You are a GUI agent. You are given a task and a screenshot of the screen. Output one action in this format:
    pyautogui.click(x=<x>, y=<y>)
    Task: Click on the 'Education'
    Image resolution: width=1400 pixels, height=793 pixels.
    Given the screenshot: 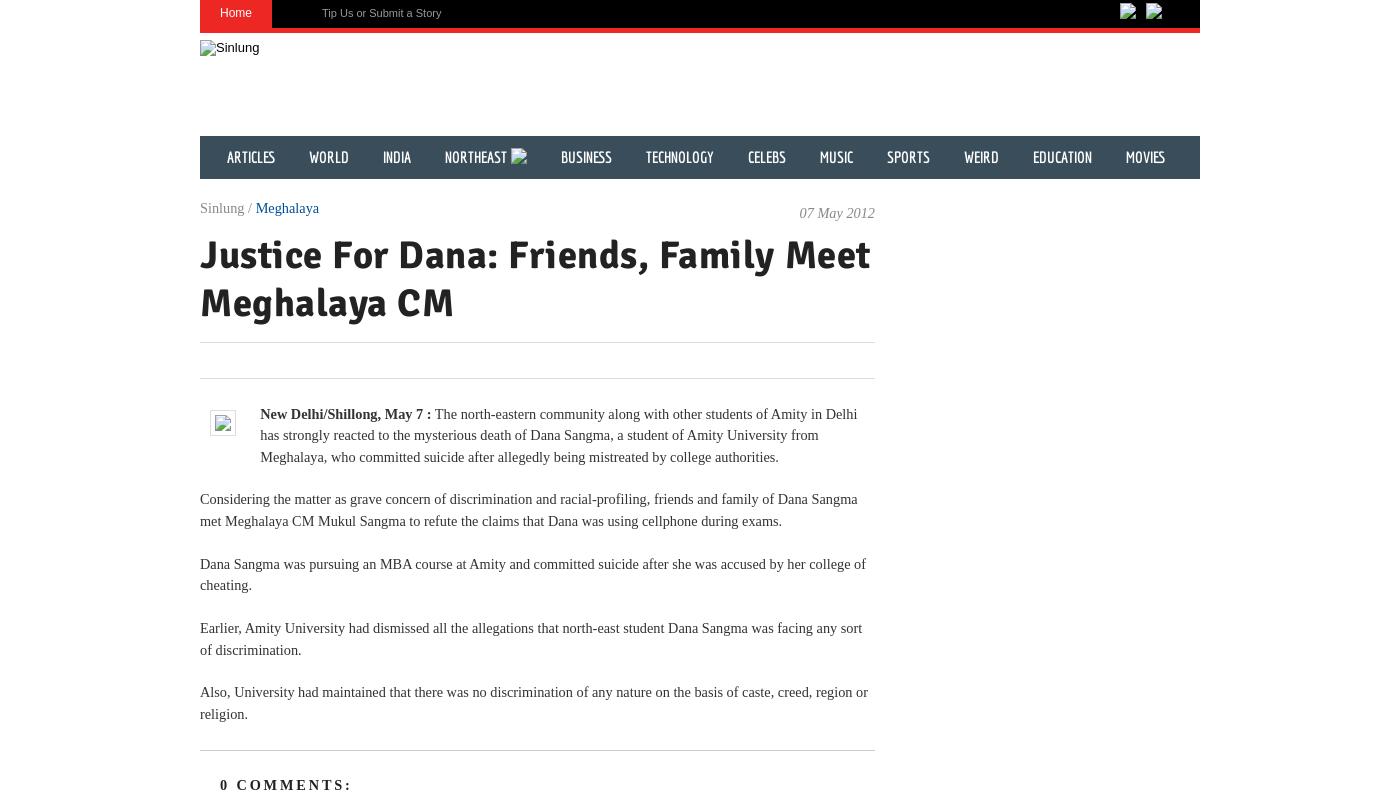 What is the action you would take?
    pyautogui.click(x=1062, y=157)
    